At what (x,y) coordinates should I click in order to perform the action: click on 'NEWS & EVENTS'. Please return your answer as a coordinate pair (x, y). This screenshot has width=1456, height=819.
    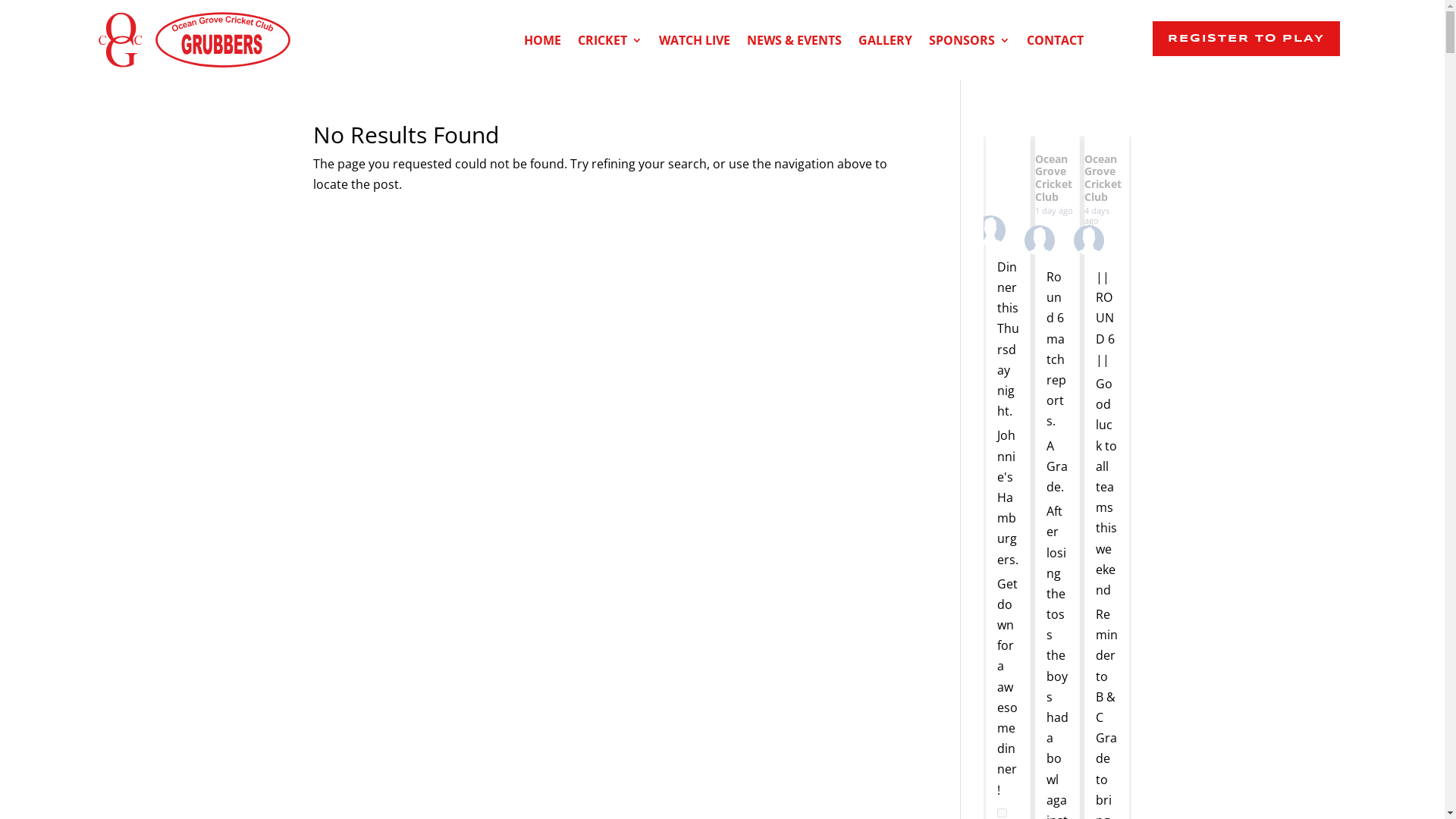
    Looking at the image, I should click on (793, 42).